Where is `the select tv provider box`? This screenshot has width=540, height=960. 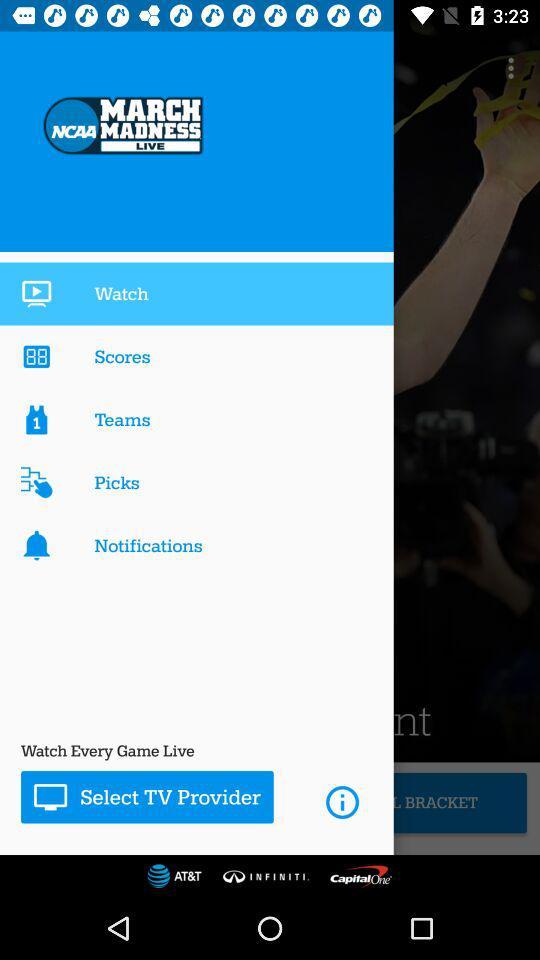 the select tv provider box is located at coordinates (146, 797).